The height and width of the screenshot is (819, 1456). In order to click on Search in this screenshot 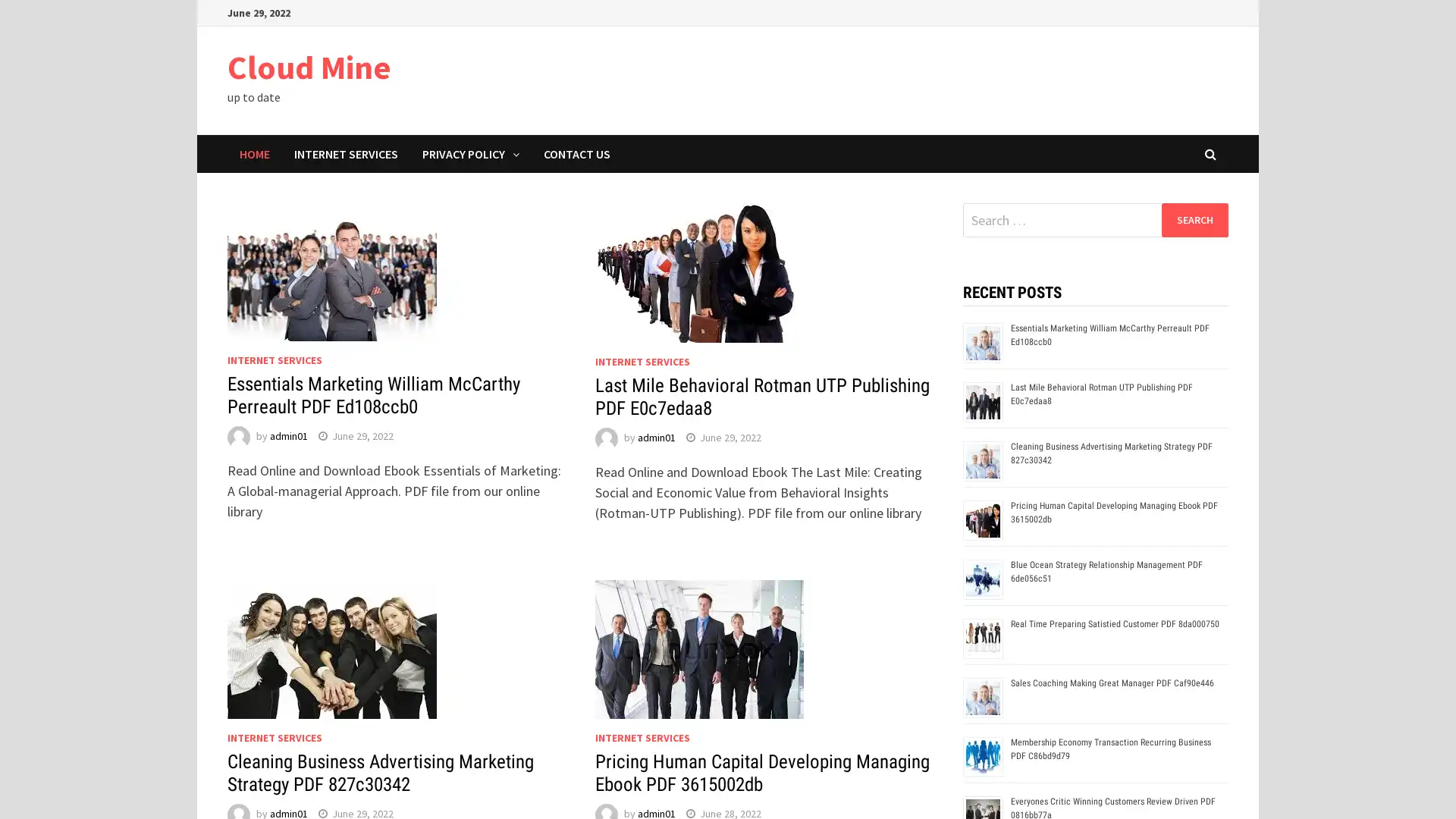, I will do `click(1194, 219)`.